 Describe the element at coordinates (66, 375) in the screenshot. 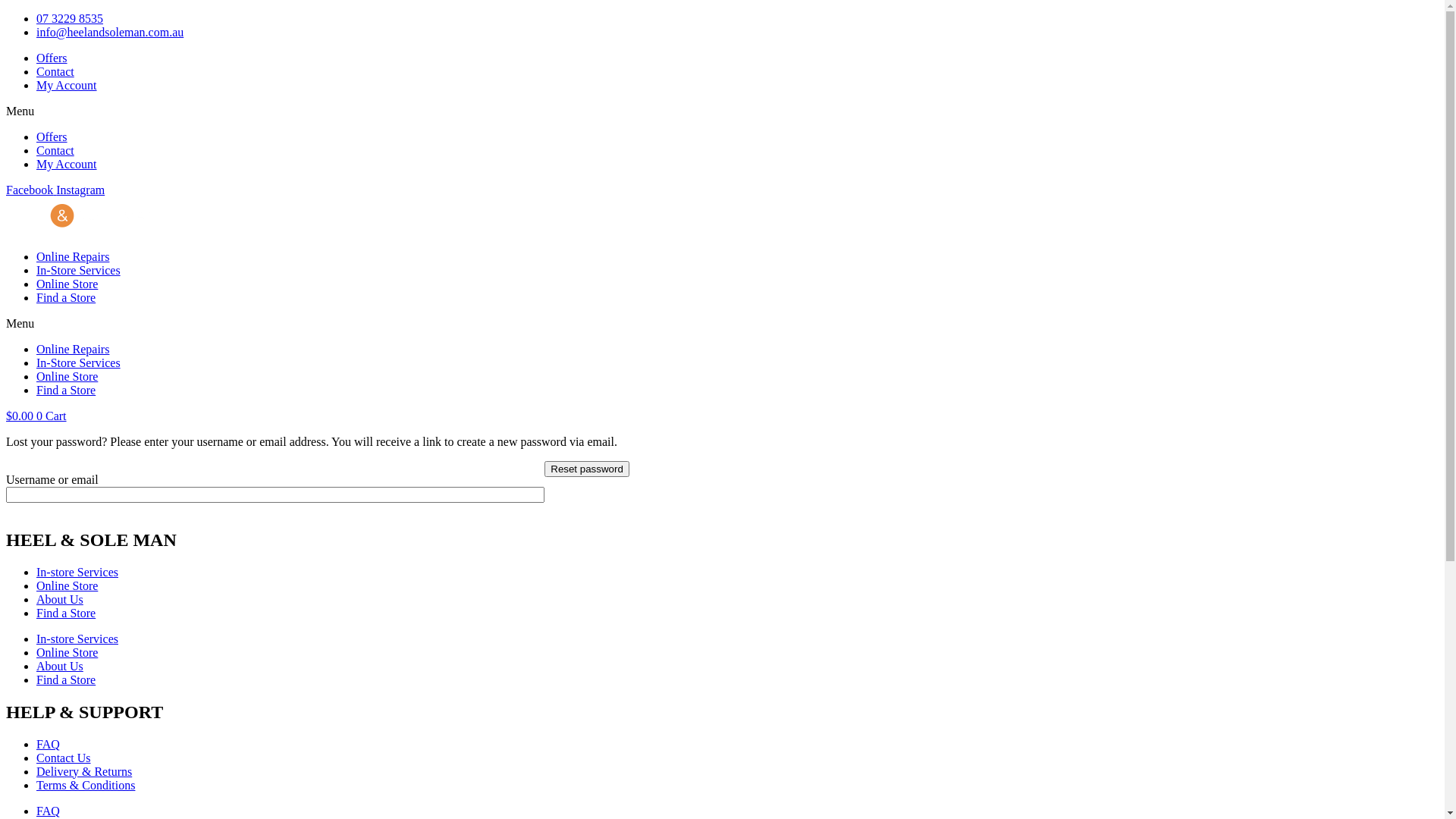

I see `'Online Store'` at that location.